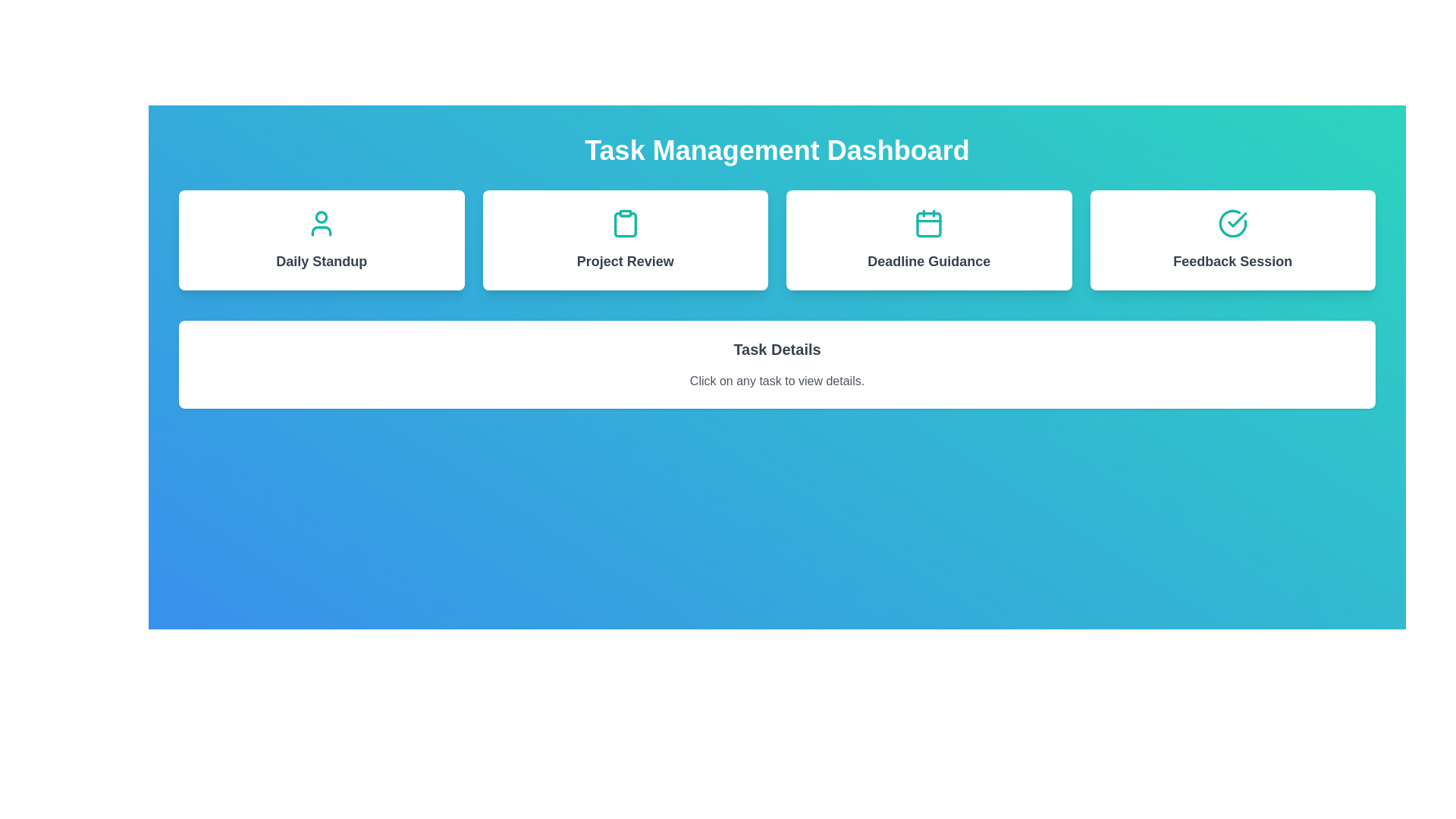  I want to click on the text label indicating 'Deadline Guidance' located at the lower section of the third card in a horizontally arranged group, so click(928, 260).